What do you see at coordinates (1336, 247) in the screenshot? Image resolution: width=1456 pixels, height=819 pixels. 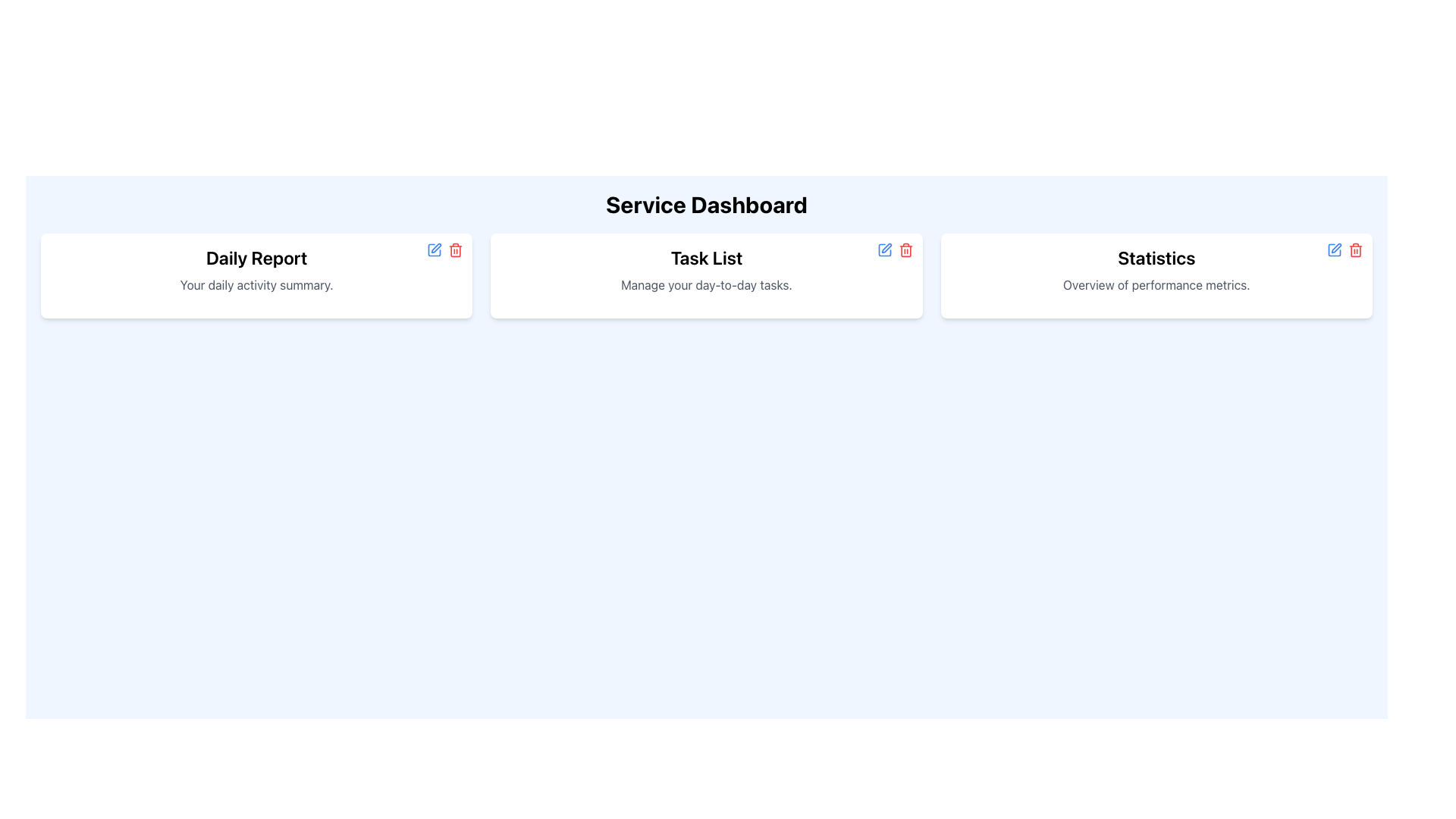 I see `the edit icon located in the top-right corner of the 'Statistics' card` at bounding box center [1336, 247].